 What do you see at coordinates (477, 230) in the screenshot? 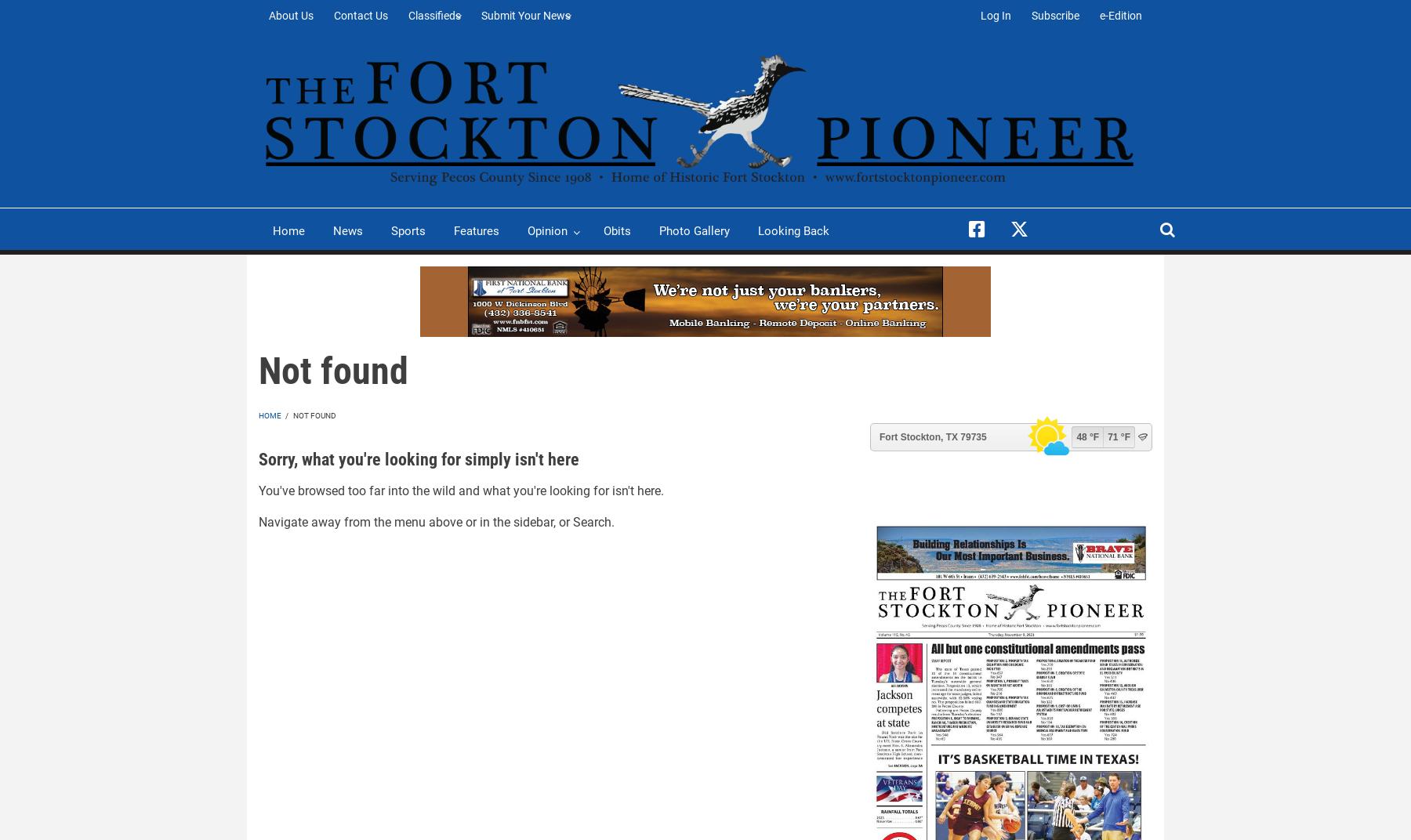
I see `'Features'` at bounding box center [477, 230].